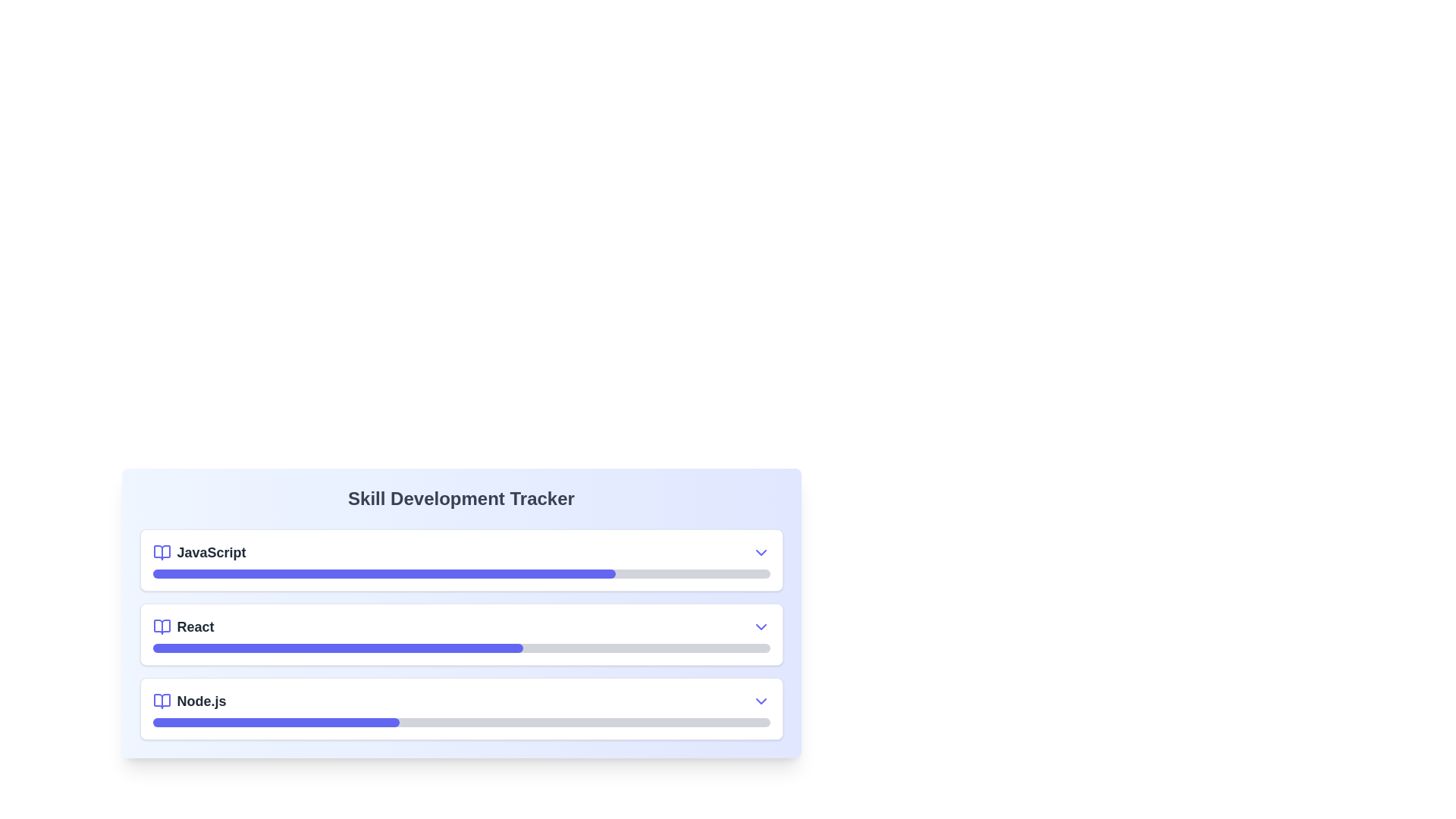 The width and height of the screenshot is (1456, 819). I want to click on the progress bar, so click(602, 721).